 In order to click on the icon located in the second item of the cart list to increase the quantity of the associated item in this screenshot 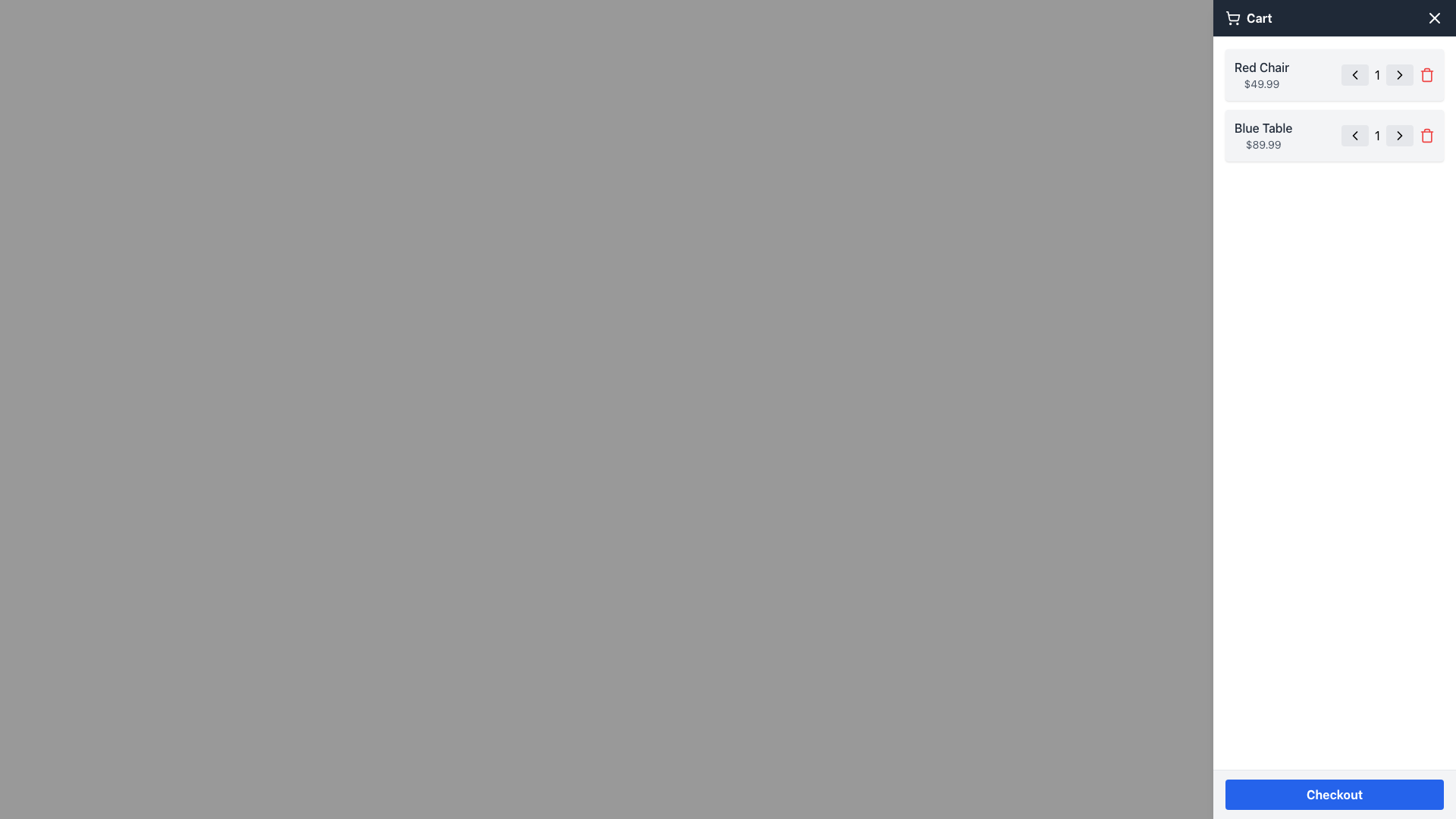, I will do `click(1399, 134)`.